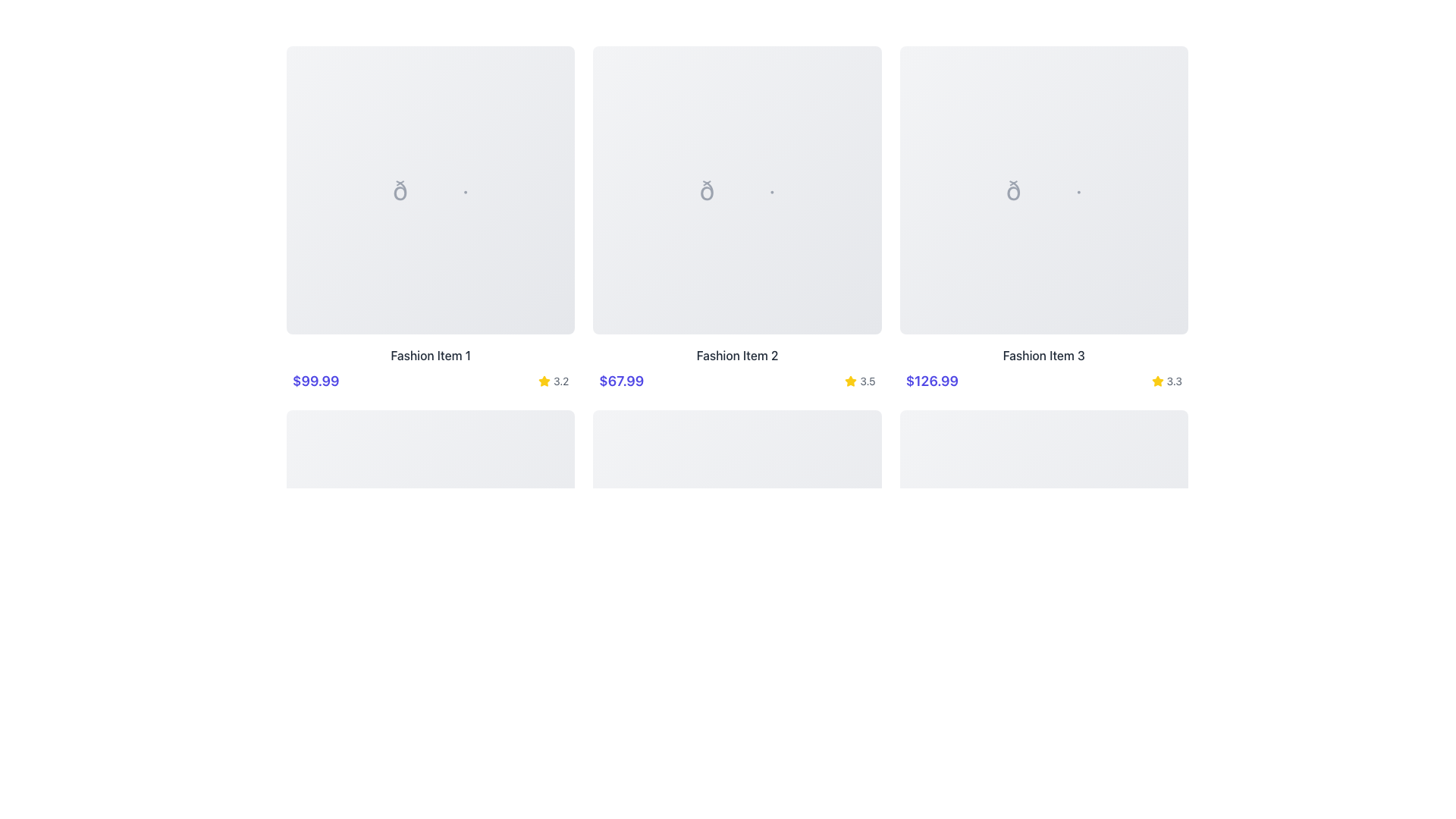  Describe the element at coordinates (1156, 381) in the screenshot. I see `the yellow star icon located next to the rating value '3.5' for the item titled 'Fashion Item 3'` at that location.